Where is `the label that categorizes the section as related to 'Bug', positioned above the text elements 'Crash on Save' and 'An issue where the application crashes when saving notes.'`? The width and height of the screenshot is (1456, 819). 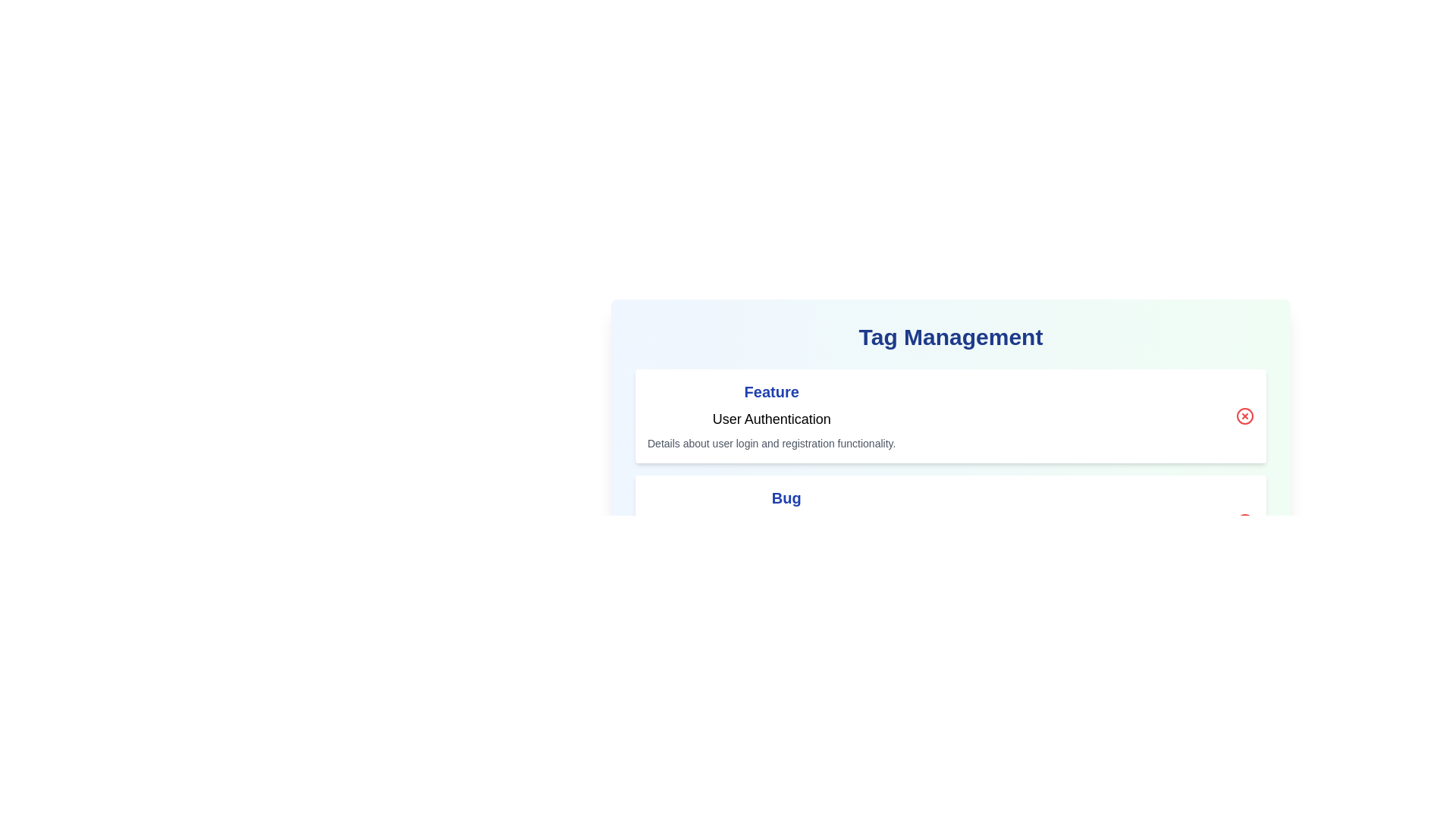 the label that categorizes the section as related to 'Bug', positioned above the text elements 'Crash on Save' and 'An issue where the application crashes when saving notes.' is located at coordinates (786, 497).